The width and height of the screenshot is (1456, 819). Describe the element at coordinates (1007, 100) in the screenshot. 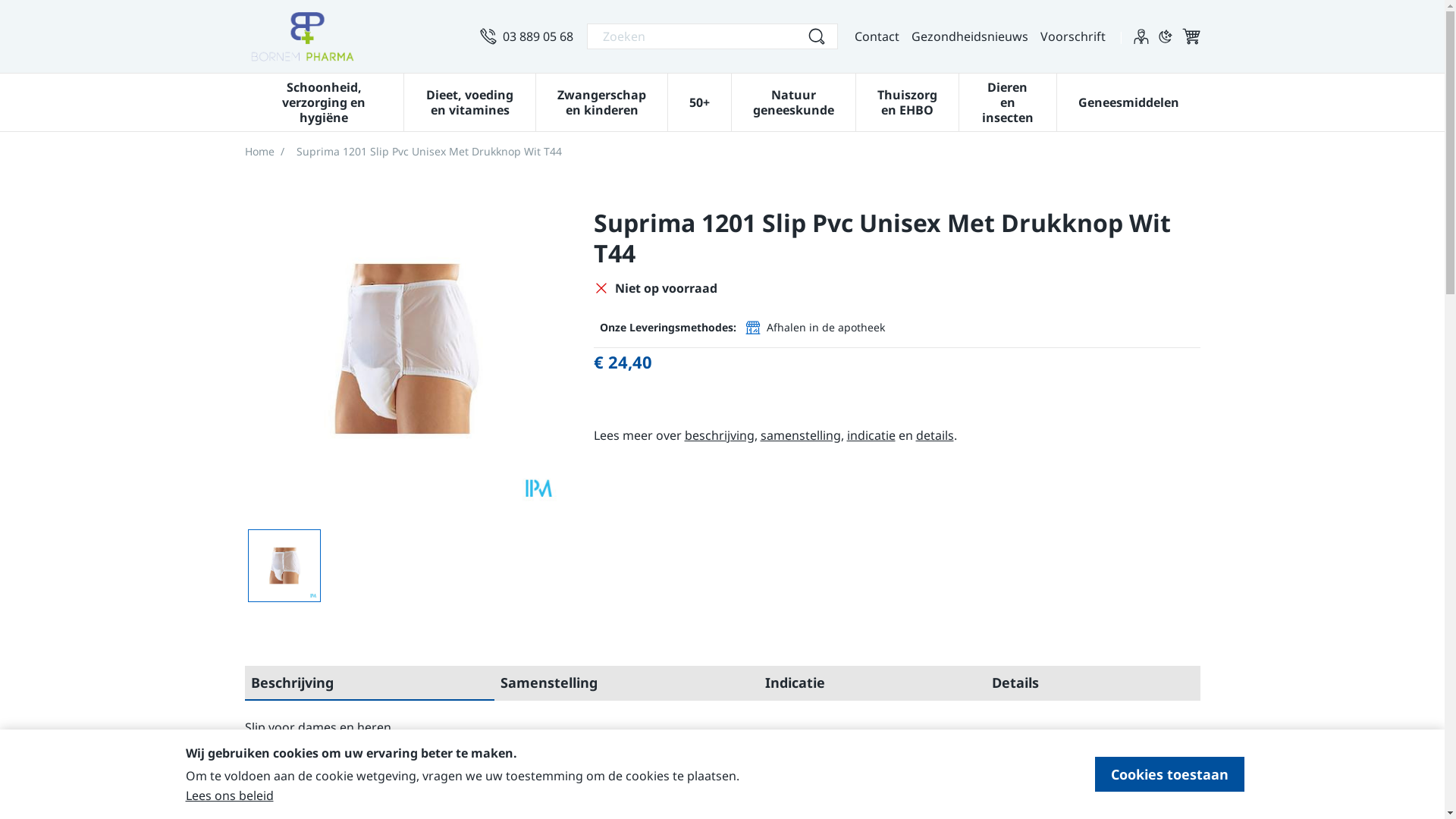

I see `'Dieren en insecten'` at that location.